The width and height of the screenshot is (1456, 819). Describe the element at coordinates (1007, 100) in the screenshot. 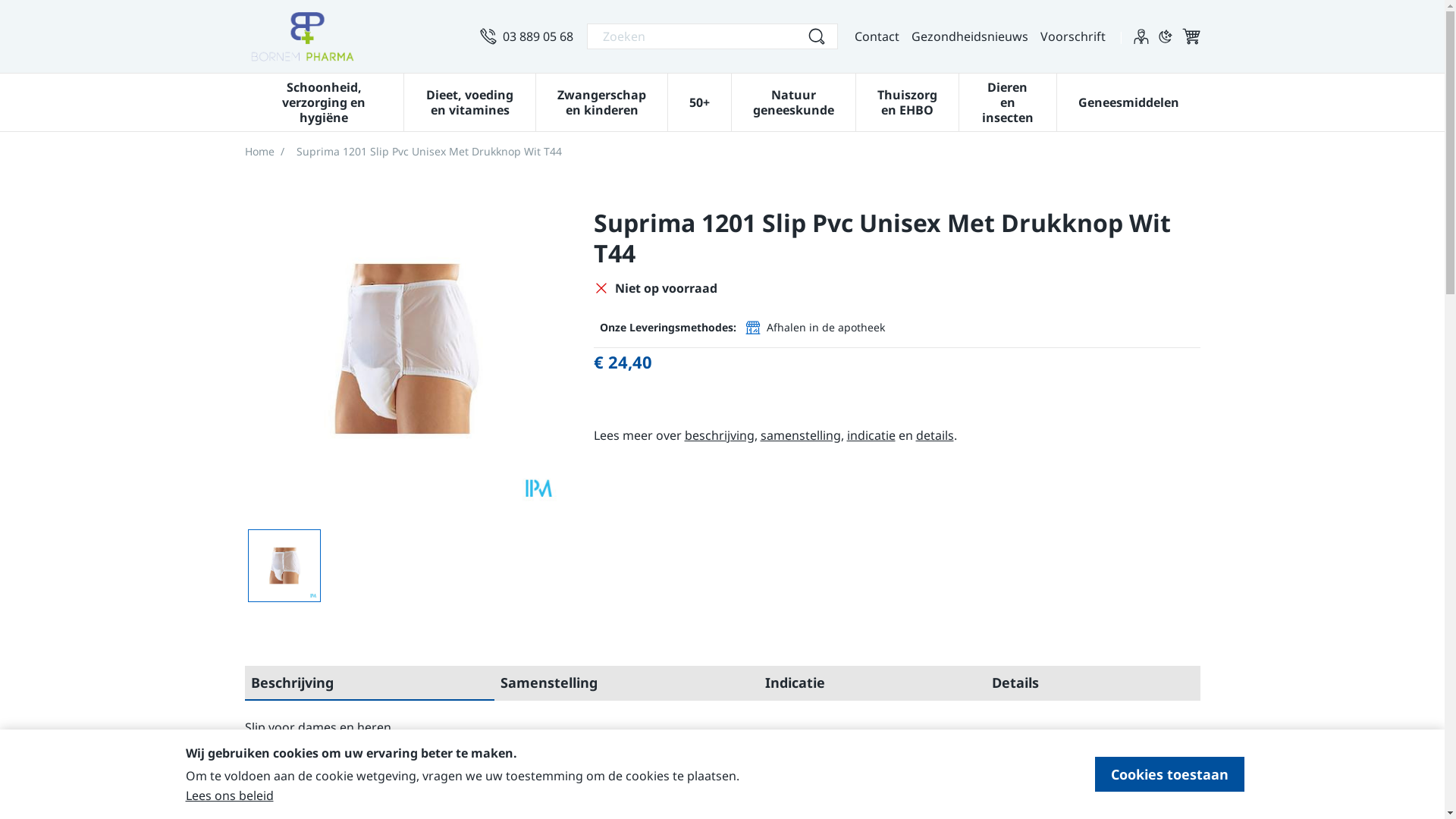

I see `'Dieren en insecten'` at that location.